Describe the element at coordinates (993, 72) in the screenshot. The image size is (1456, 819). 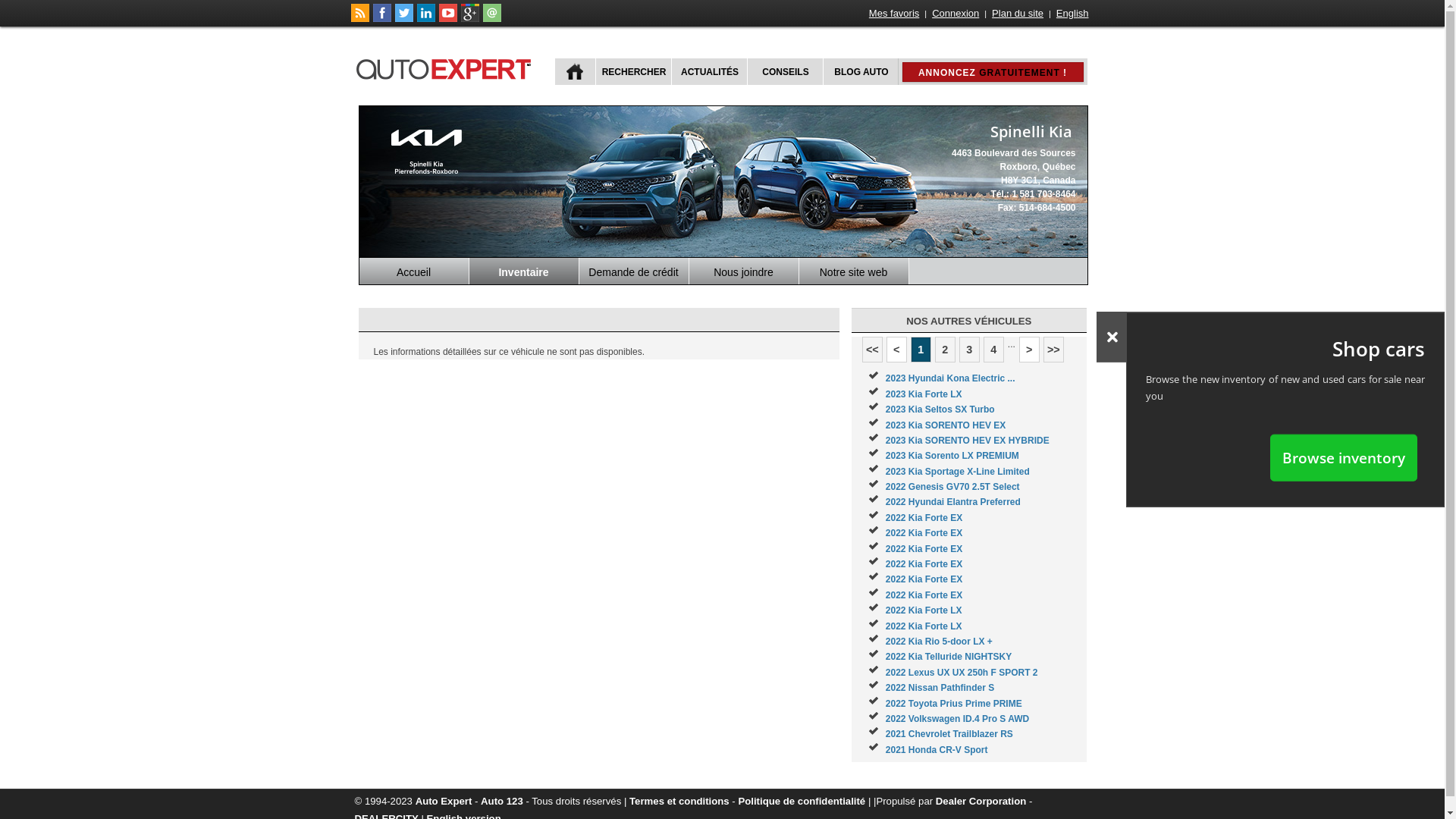
I see `'ANNONCEZ GRATUITEMENT !'` at that location.